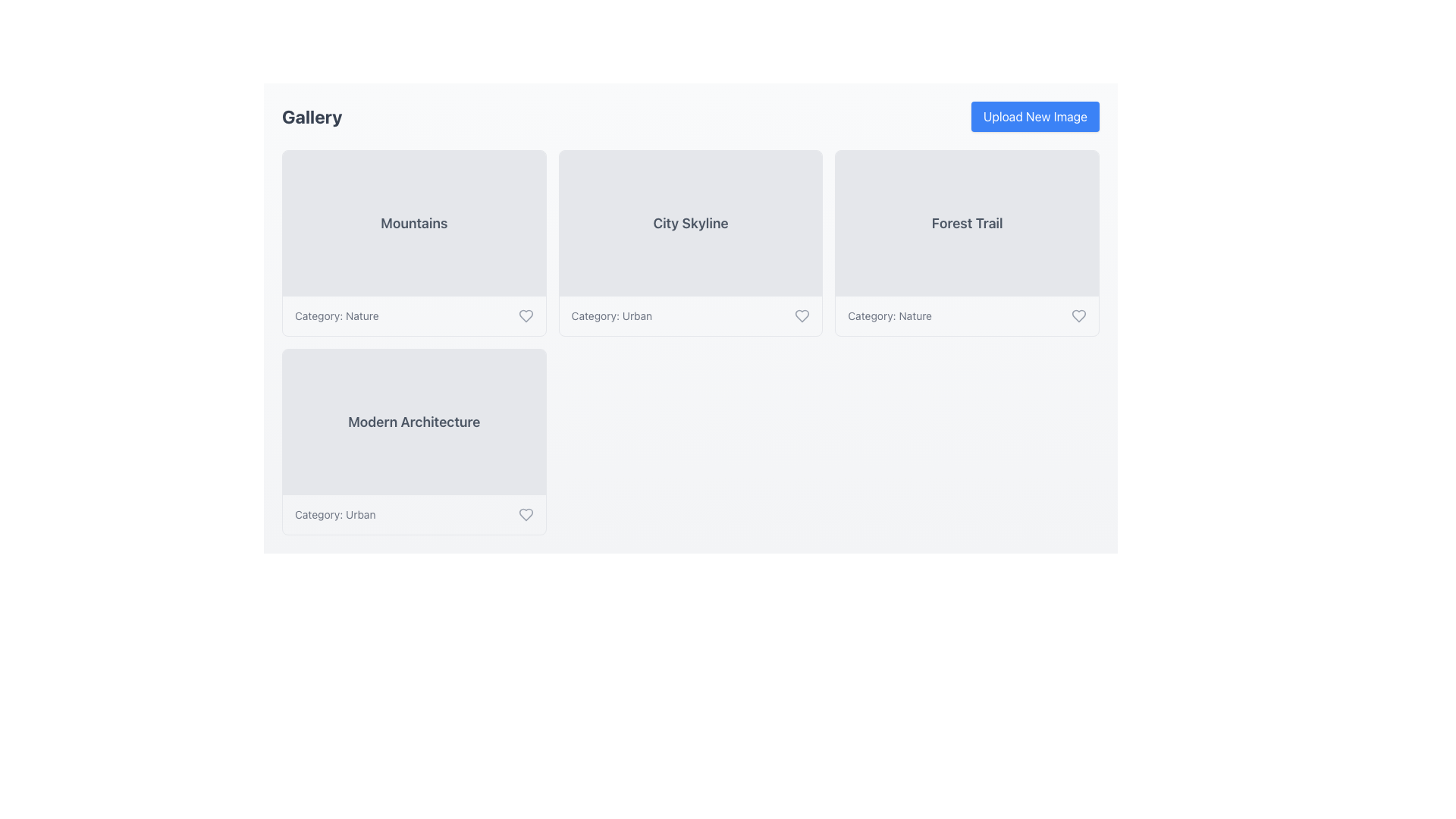  I want to click on the centrally positioned Text Label within the large light gray rectangular frame in the second row, third column of the gallery interface to possibly reveal further information or effects, so click(966, 223).